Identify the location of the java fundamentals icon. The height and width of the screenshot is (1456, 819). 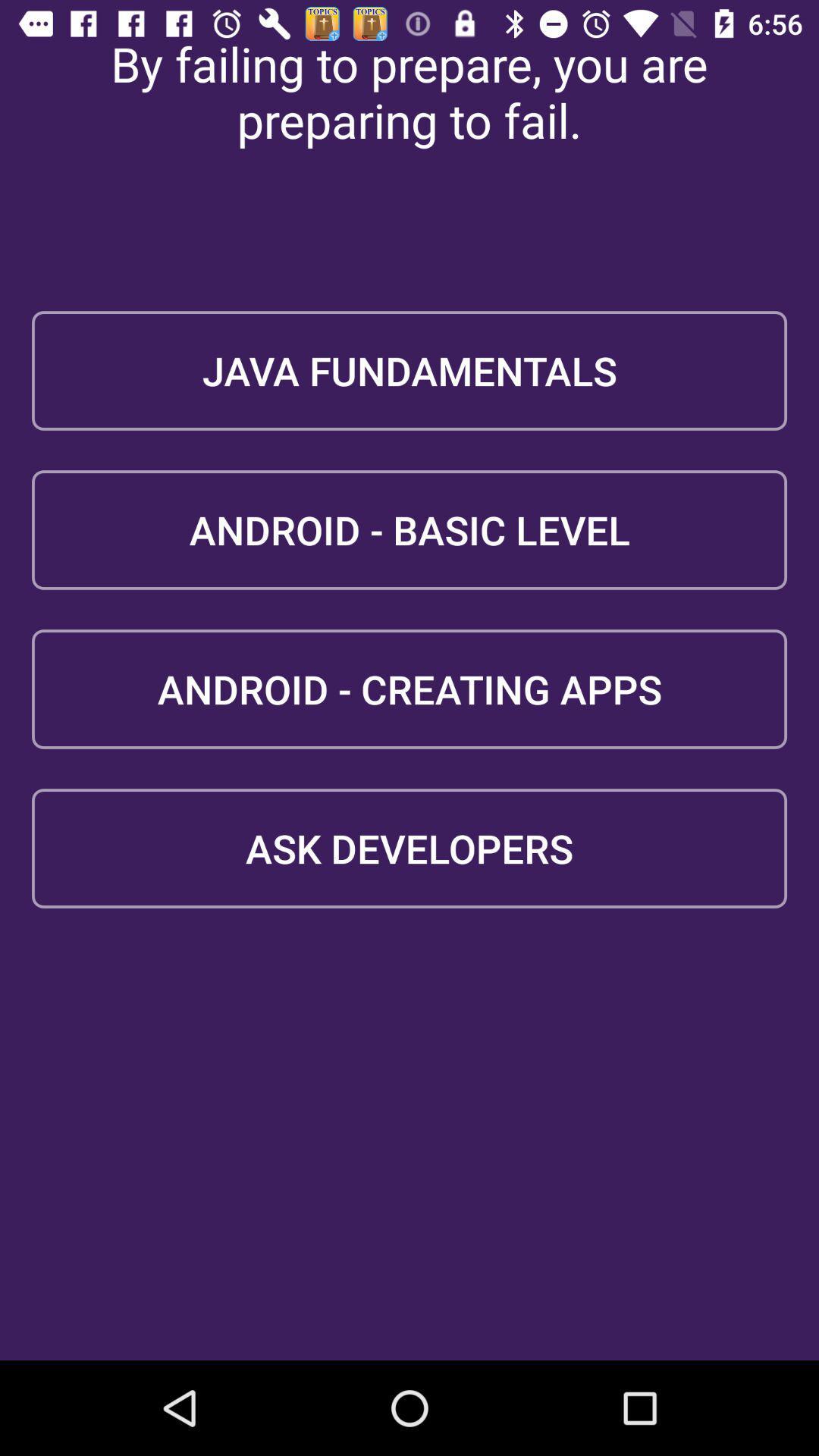
(409, 371).